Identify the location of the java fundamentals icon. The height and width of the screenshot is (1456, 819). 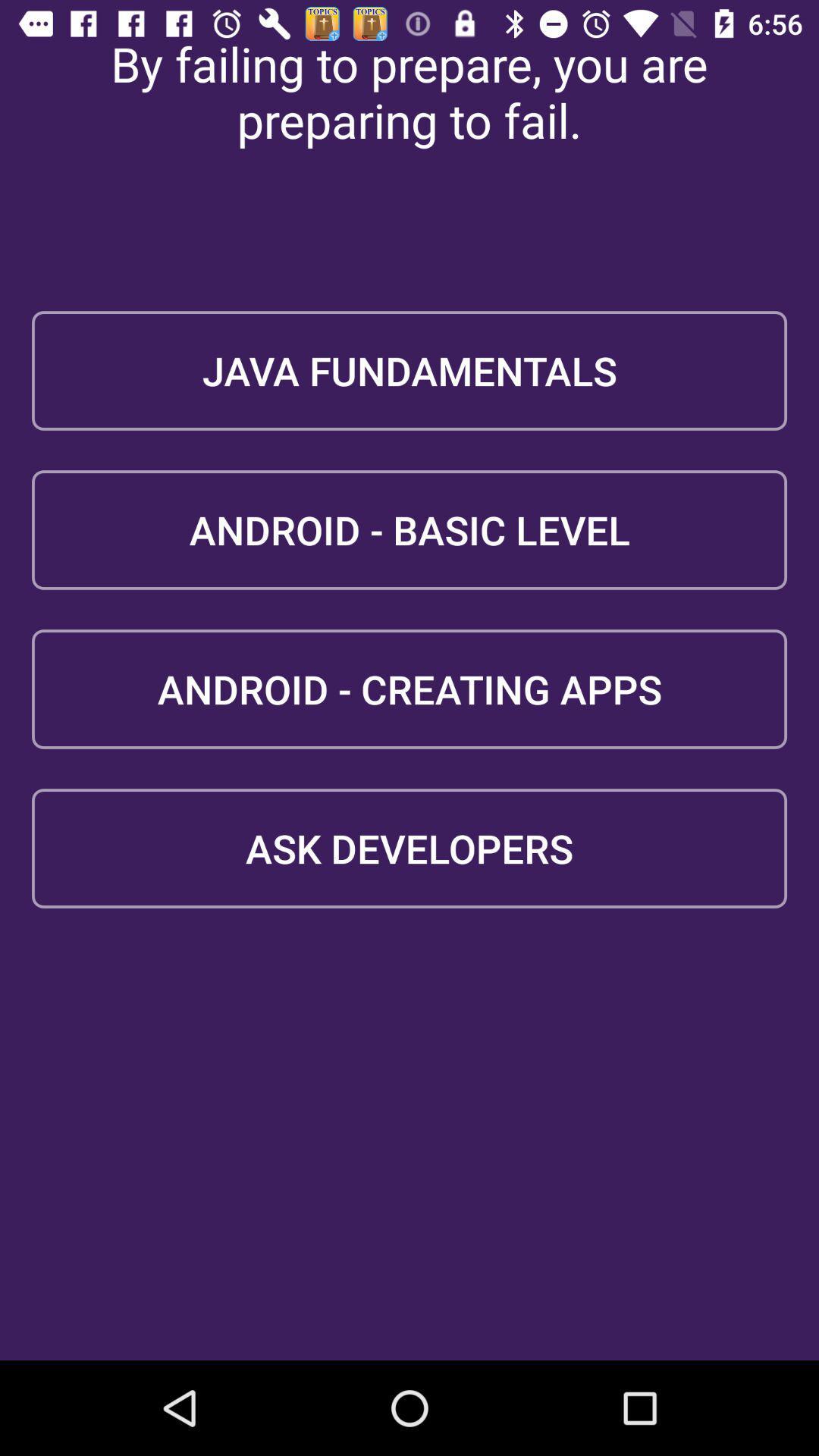
(409, 371).